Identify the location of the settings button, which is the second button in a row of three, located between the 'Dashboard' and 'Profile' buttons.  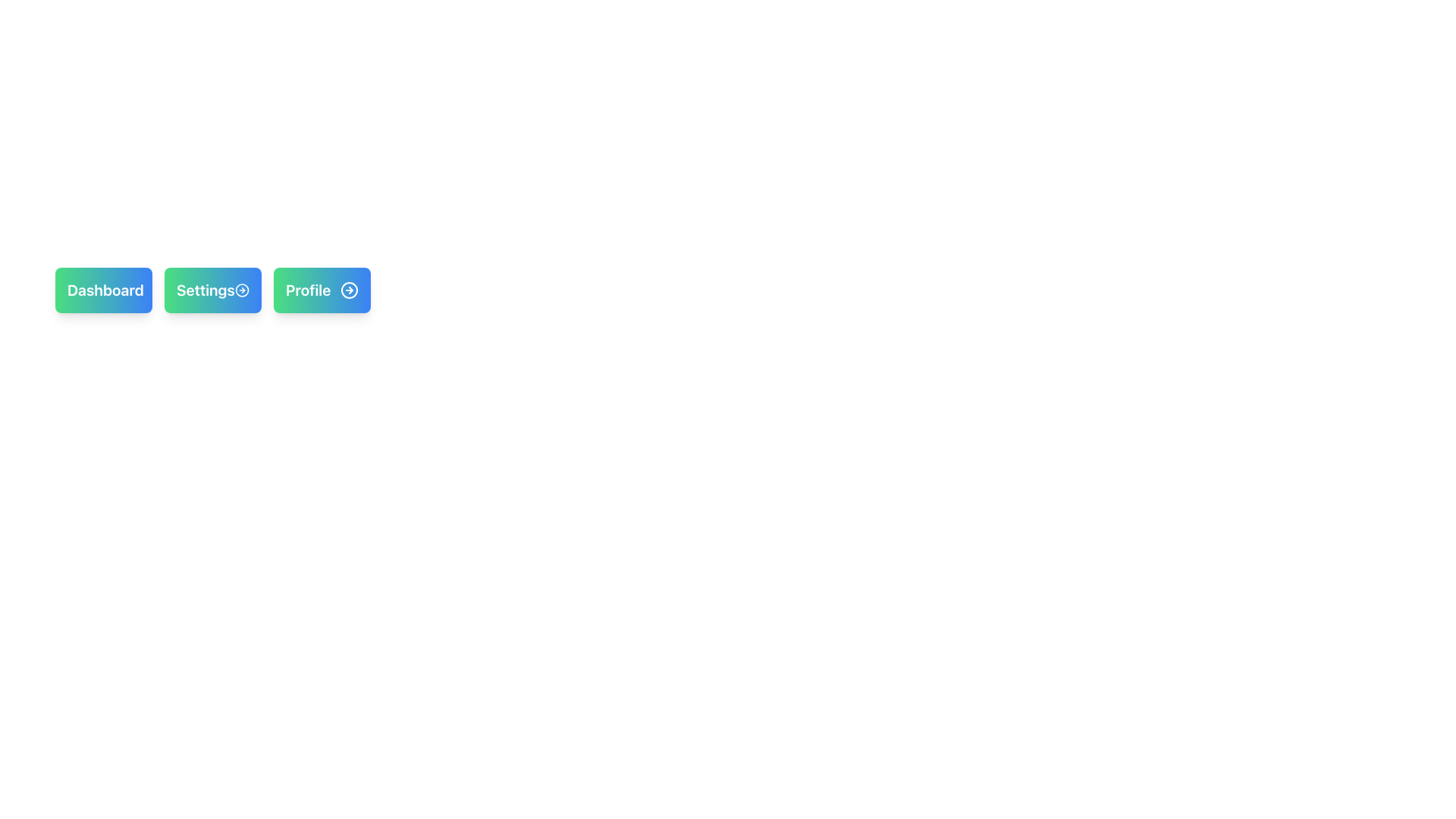
(212, 290).